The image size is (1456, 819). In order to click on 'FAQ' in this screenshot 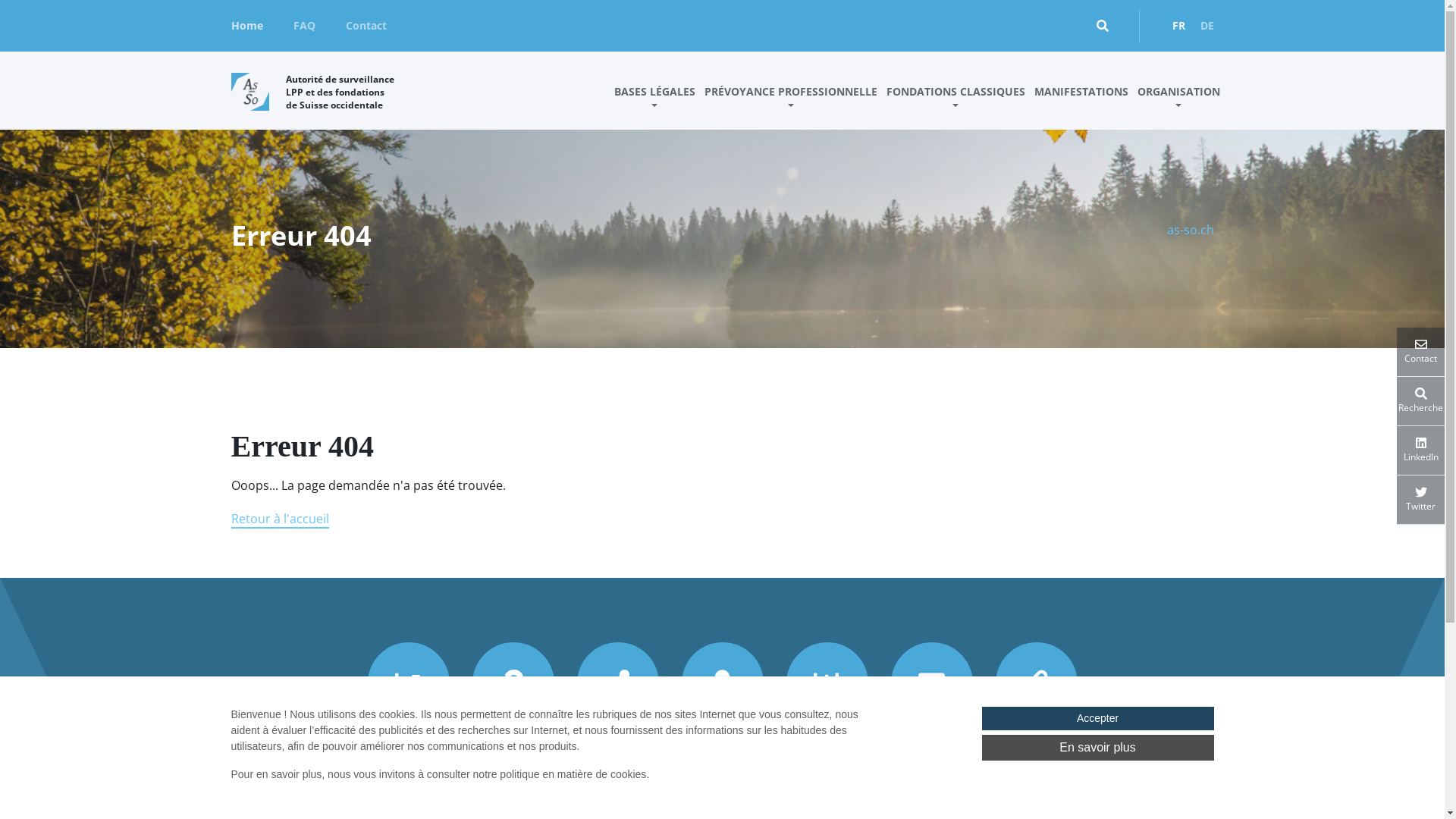, I will do `click(303, 26)`.